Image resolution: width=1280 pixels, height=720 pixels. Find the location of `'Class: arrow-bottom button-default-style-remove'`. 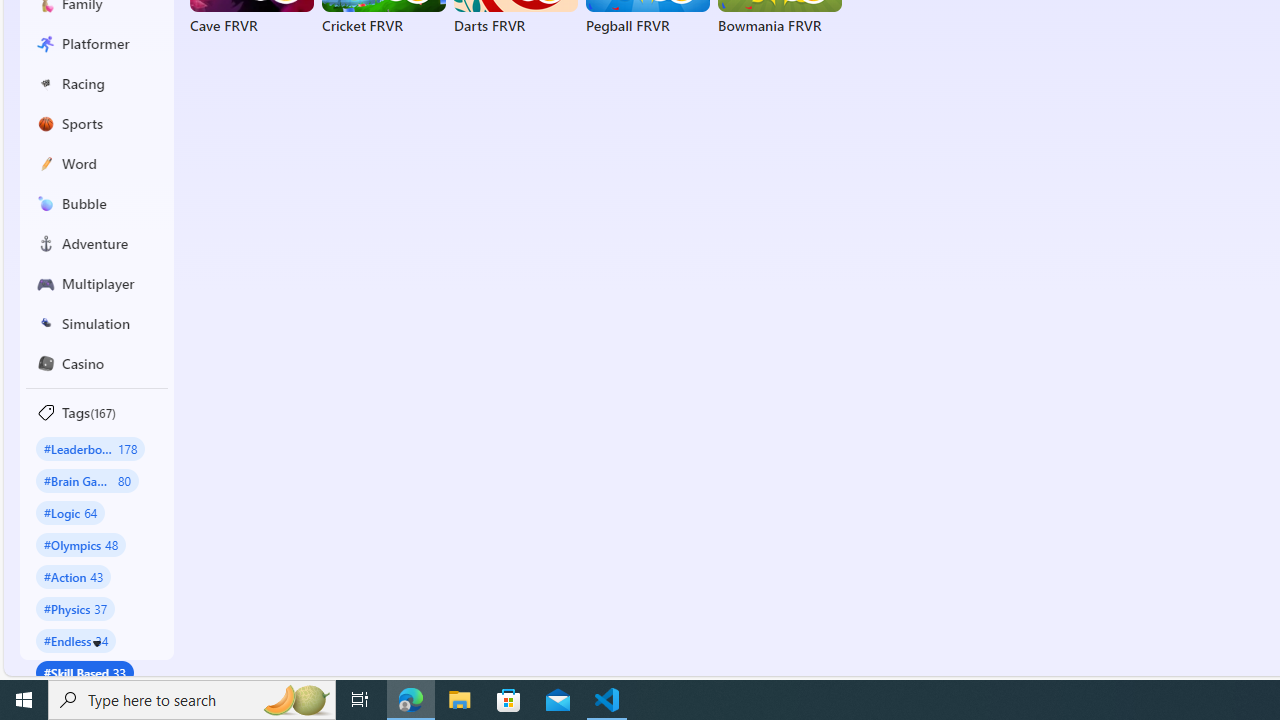

'Class: arrow-bottom button-default-style-remove' is located at coordinates (96, 644).